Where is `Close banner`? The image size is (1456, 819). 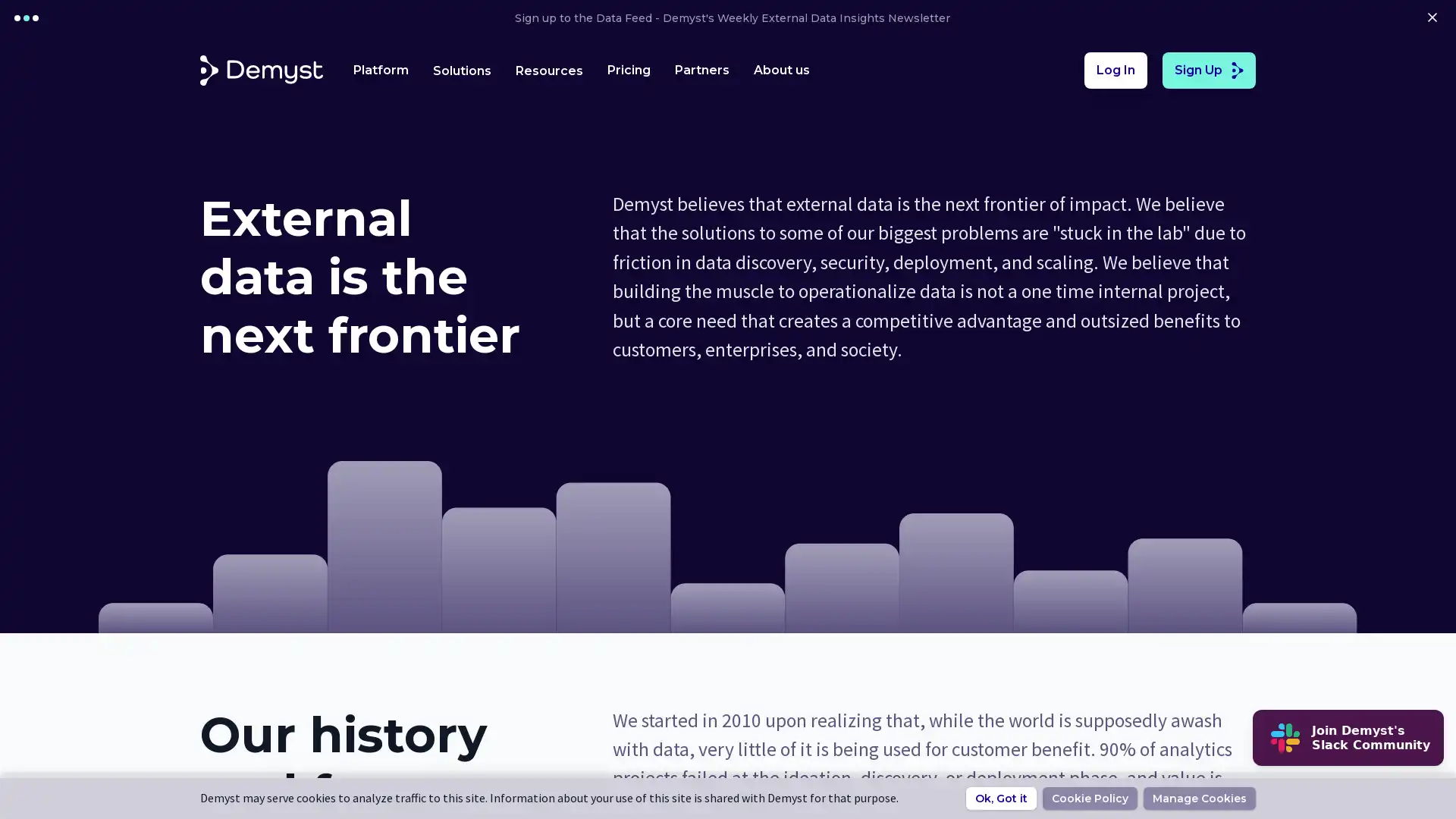 Close banner is located at coordinates (1430, 17).